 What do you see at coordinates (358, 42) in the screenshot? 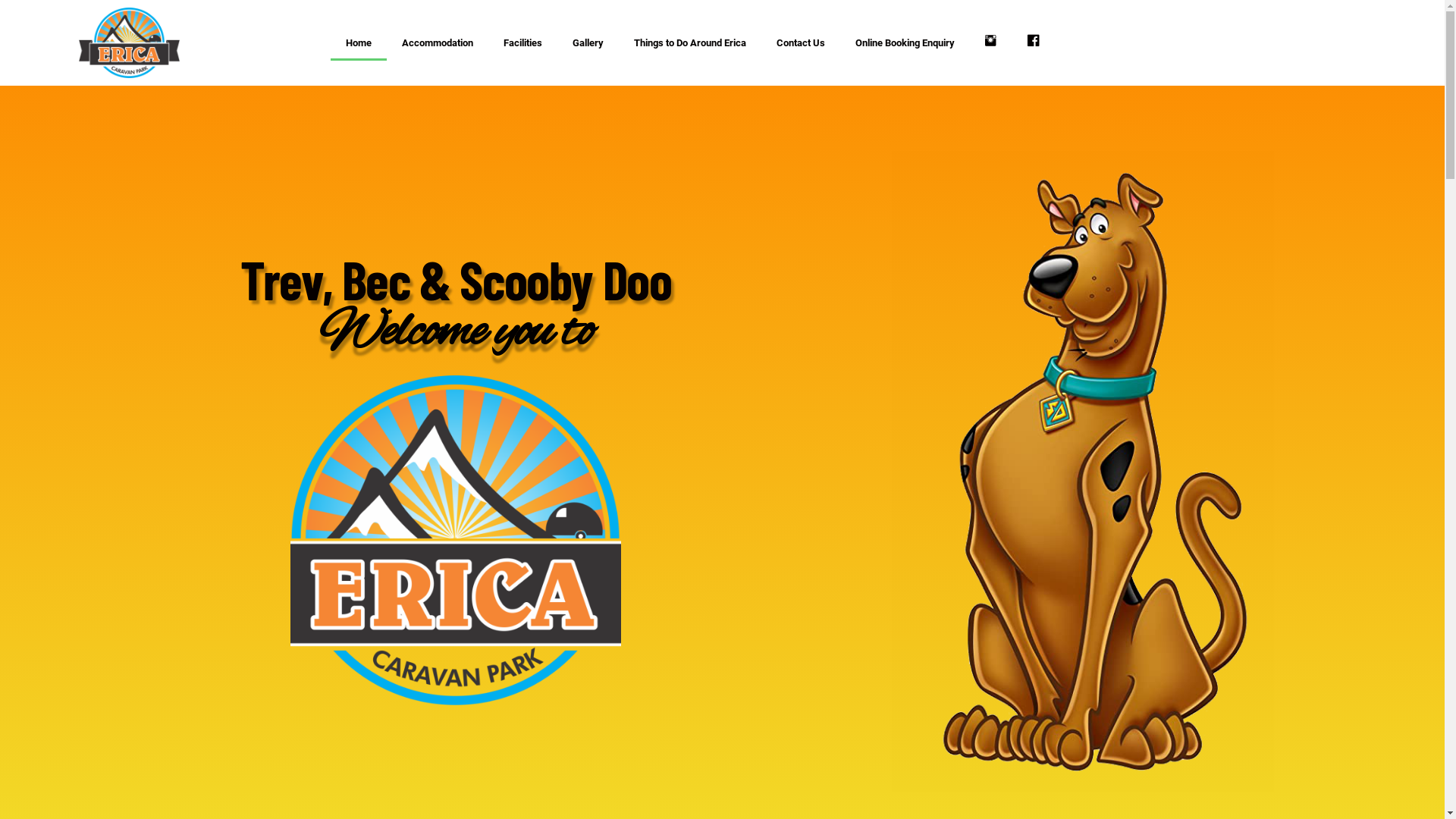
I see `'Home'` at bounding box center [358, 42].